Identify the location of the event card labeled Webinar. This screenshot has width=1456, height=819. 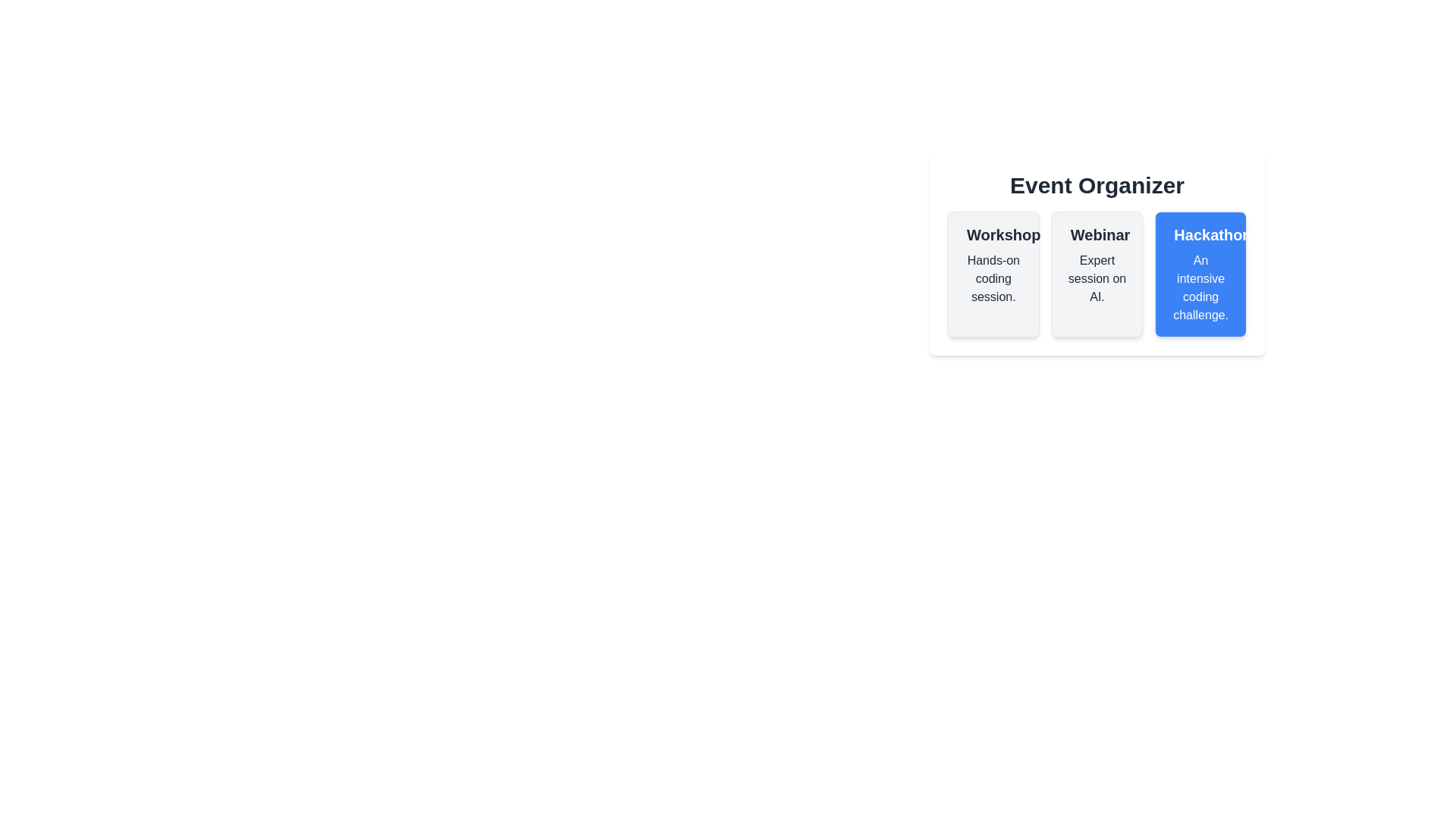
(1097, 275).